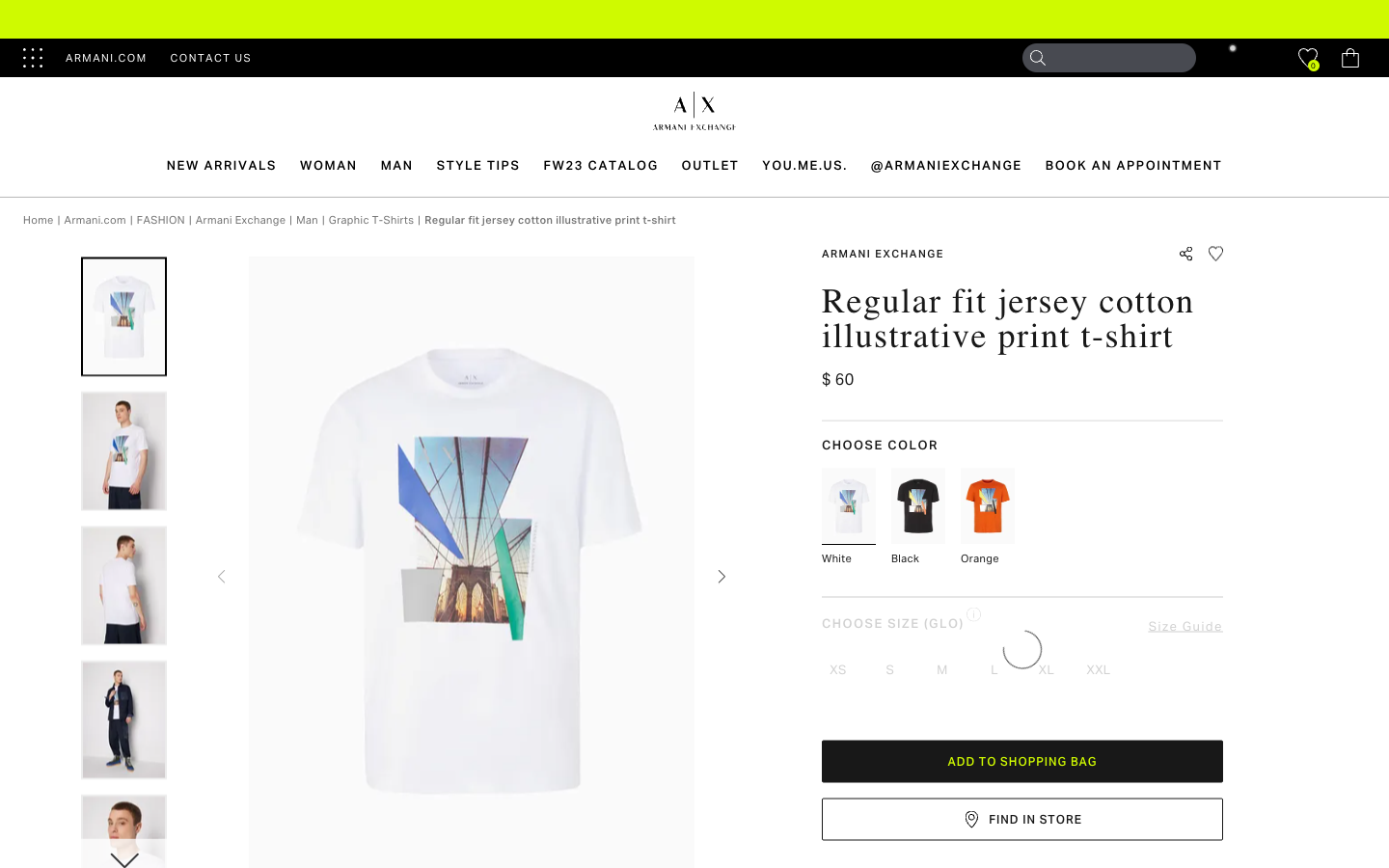  Describe the element at coordinates (473649, 148862) in the screenshot. I see `Reach the second choice in the dropdown menu of women category` at that location.